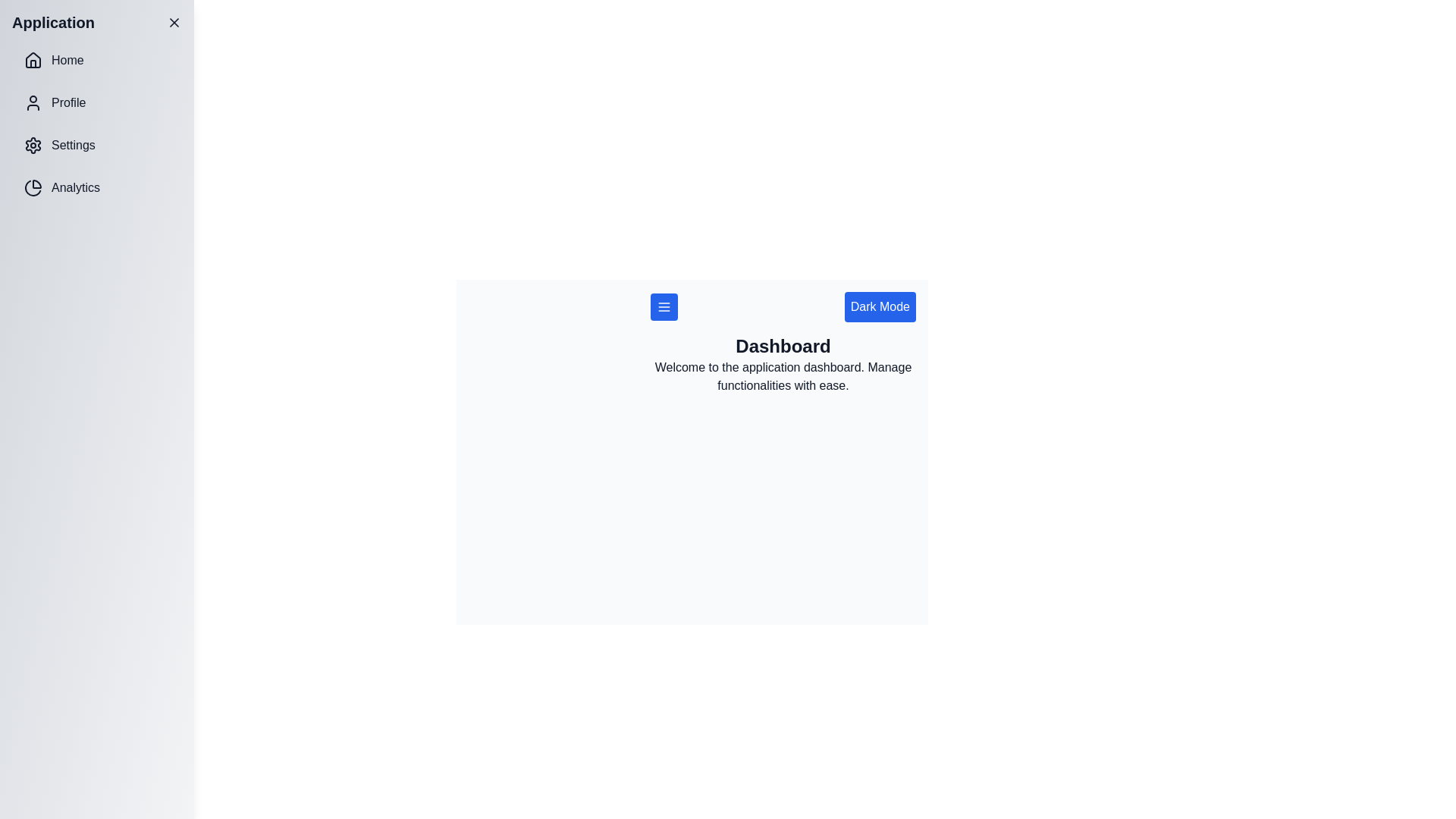  I want to click on the gear-shaped icon representing settings in the vertical navigation menu, located next to the 'Settings' label, so click(33, 146).